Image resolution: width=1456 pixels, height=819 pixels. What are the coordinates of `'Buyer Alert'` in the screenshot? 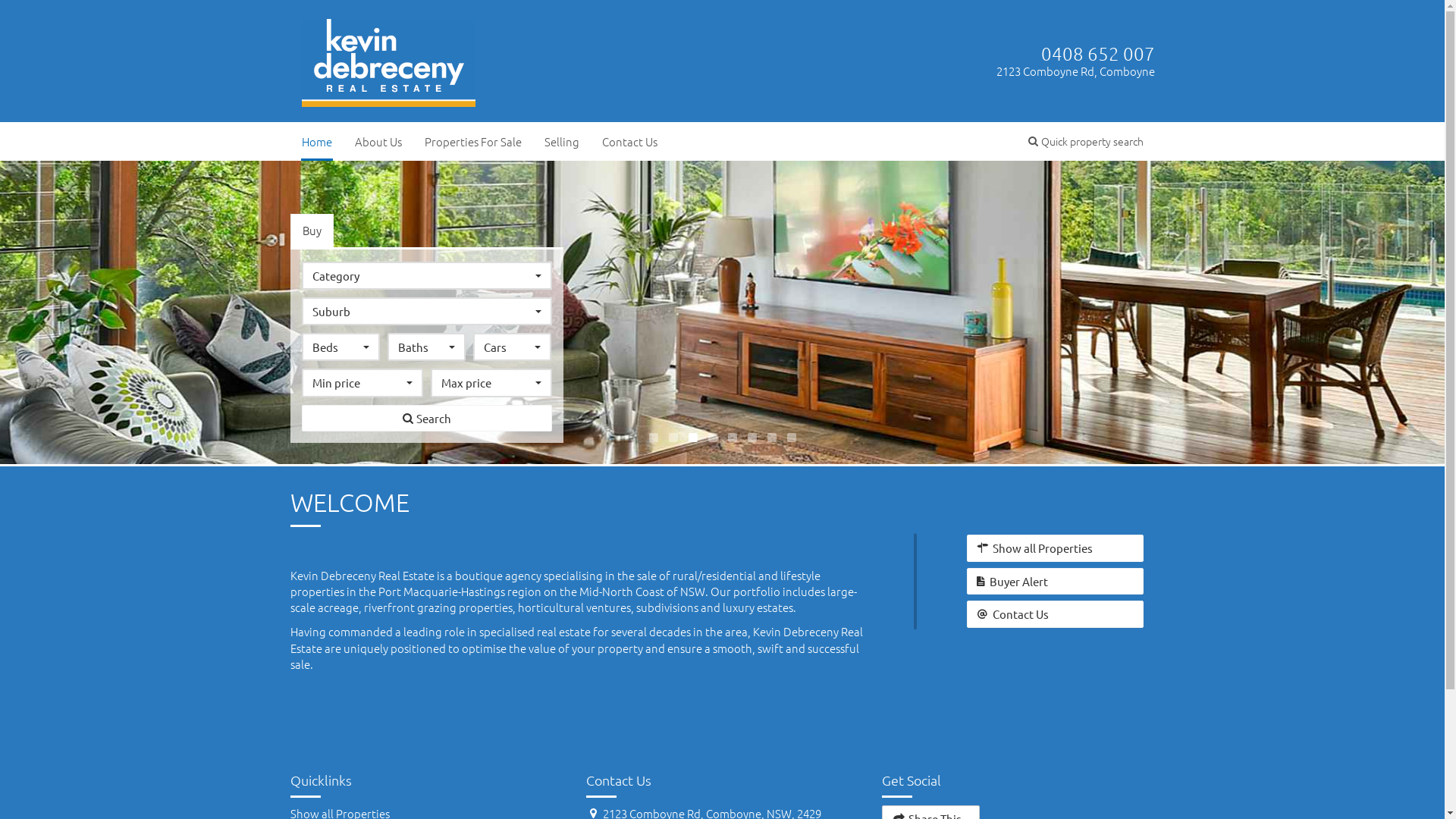 It's located at (966, 580).